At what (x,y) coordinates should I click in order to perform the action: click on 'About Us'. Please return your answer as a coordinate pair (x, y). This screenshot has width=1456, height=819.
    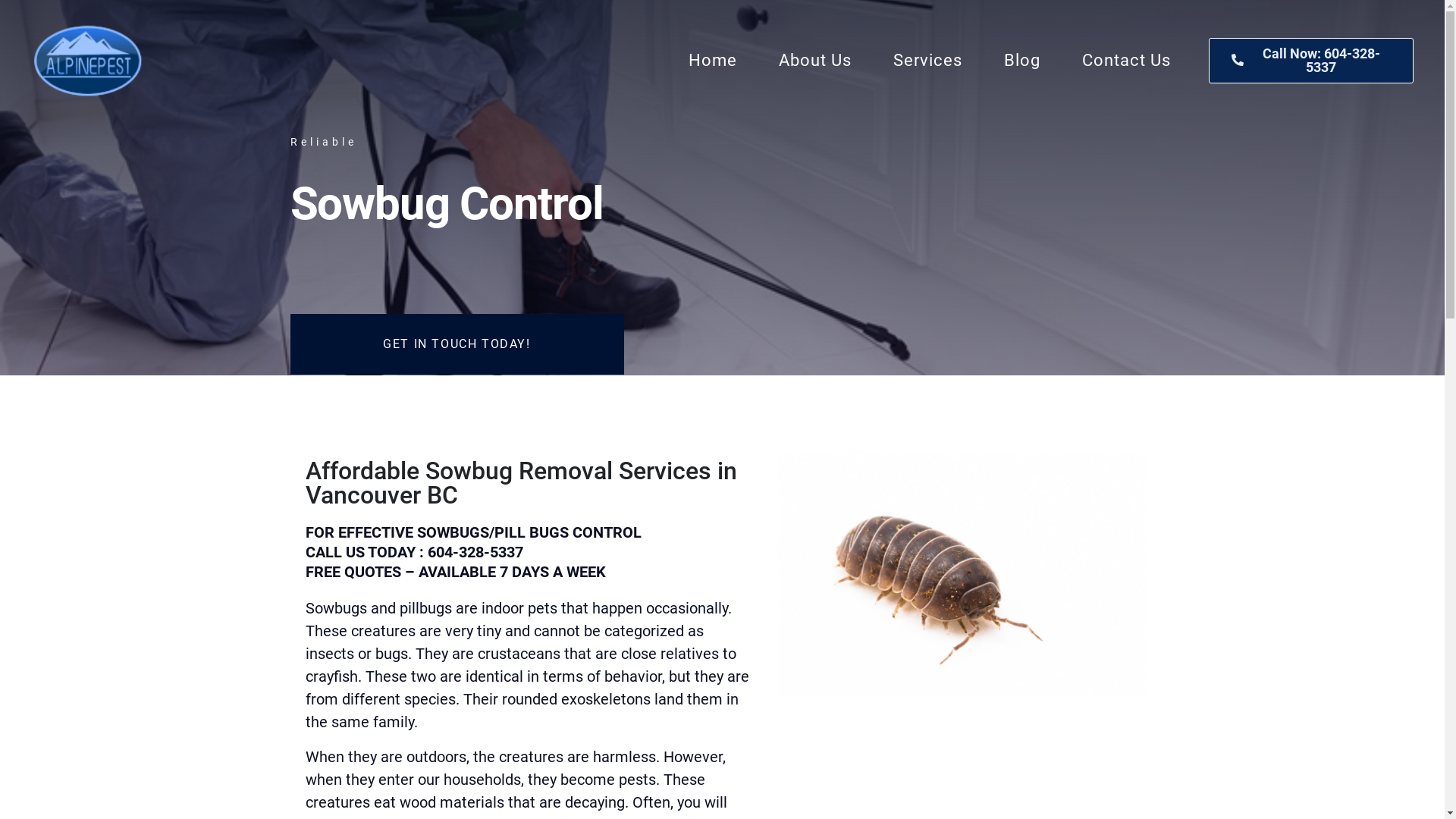
    Looking at the image, I should click on (814, 59).